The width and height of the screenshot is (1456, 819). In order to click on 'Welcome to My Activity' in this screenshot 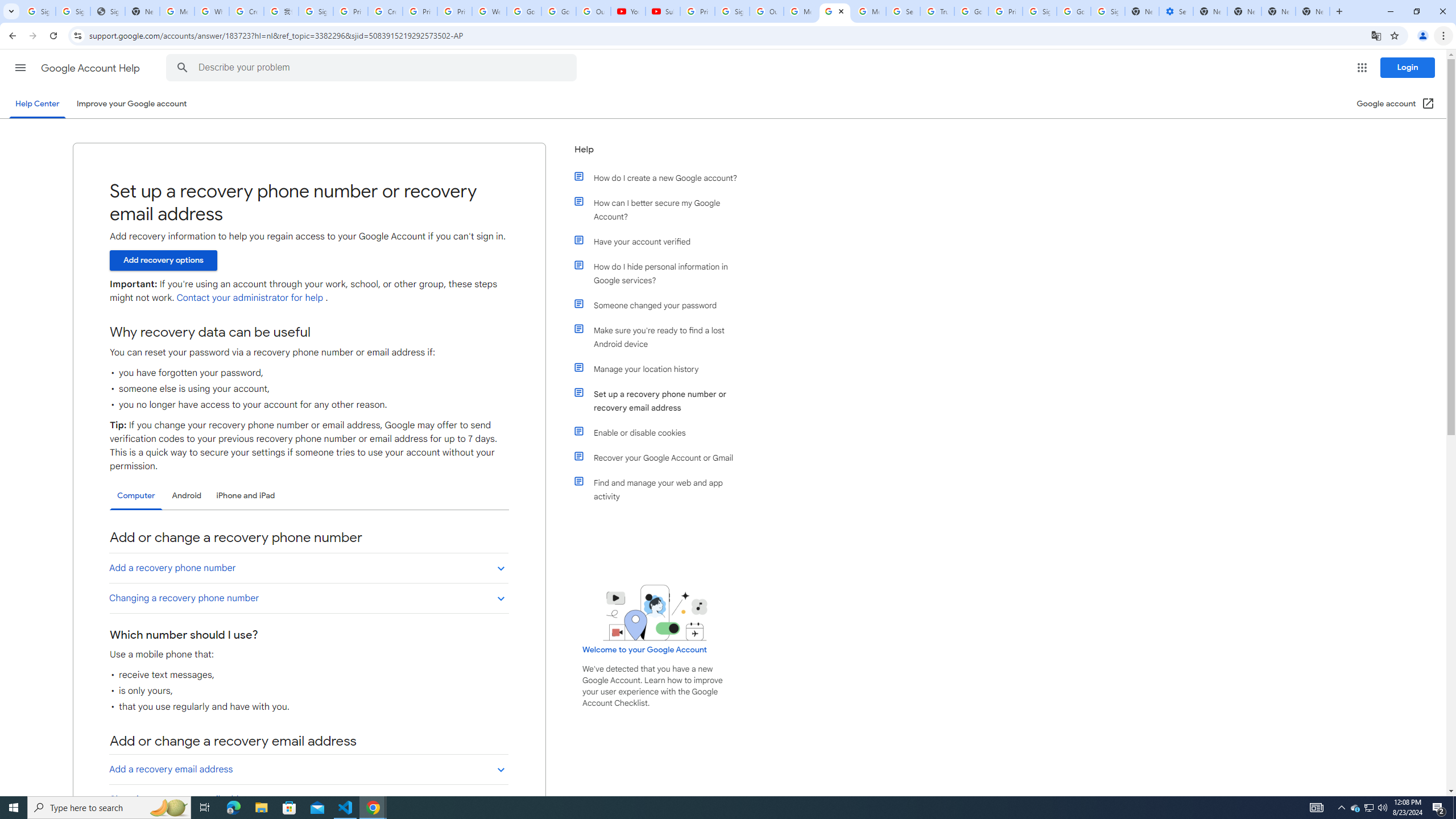, I will do `click(489, 11)`.